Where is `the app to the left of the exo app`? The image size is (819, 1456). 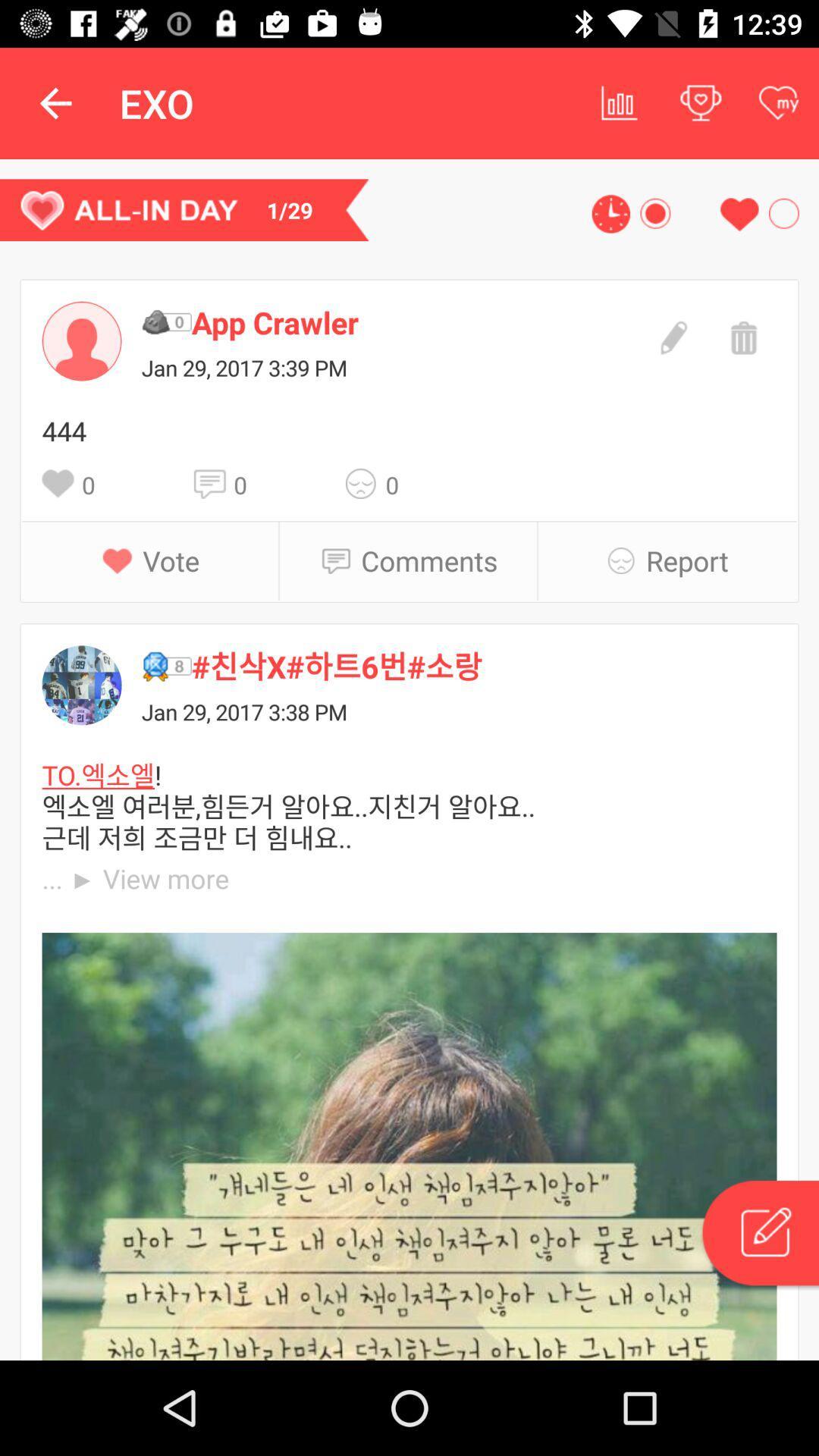 the app to the left of the exo app is located at coordinates (55, 102).